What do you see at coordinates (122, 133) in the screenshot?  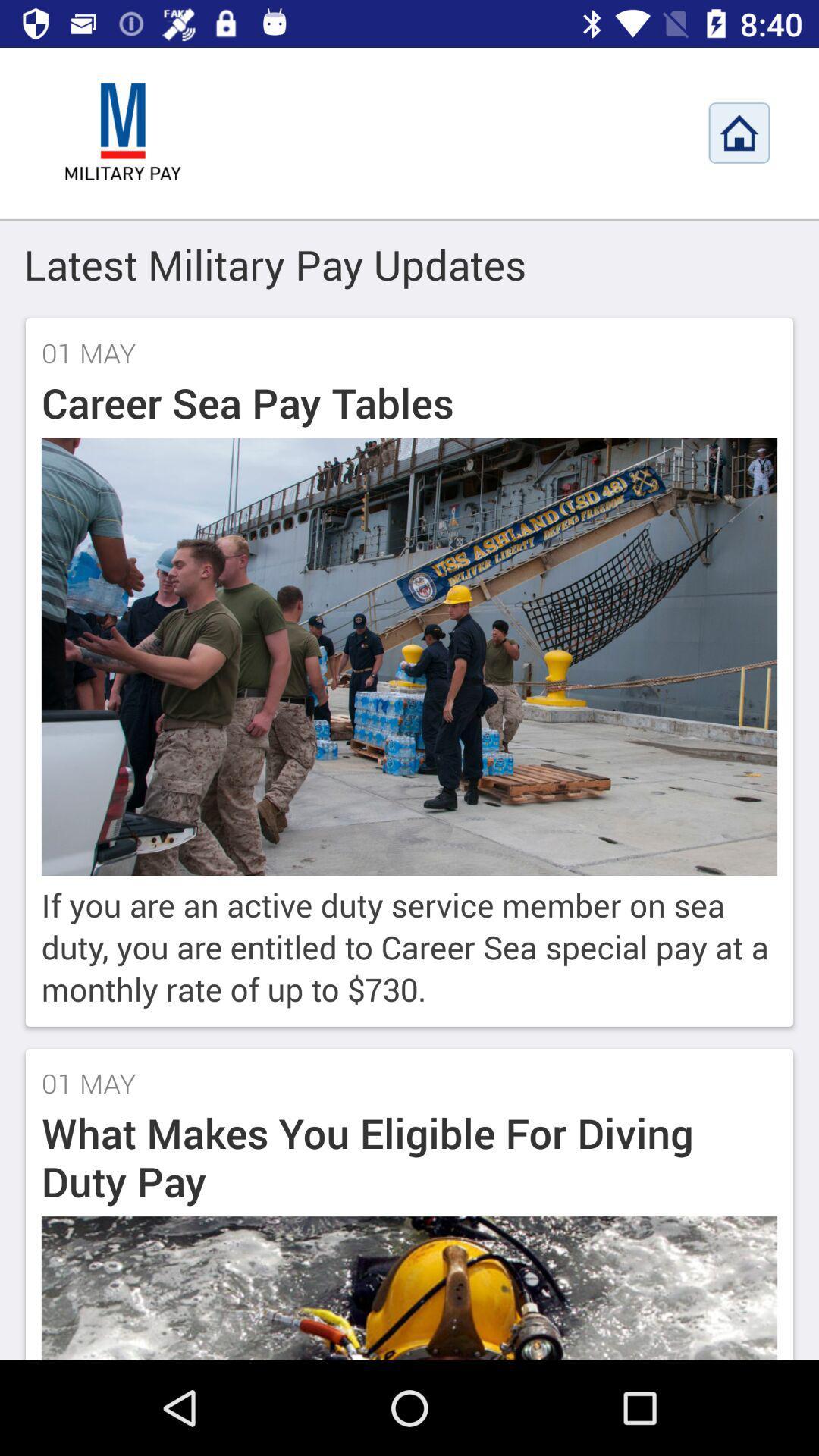 I see `main screen` at bounding box center [122, 133].